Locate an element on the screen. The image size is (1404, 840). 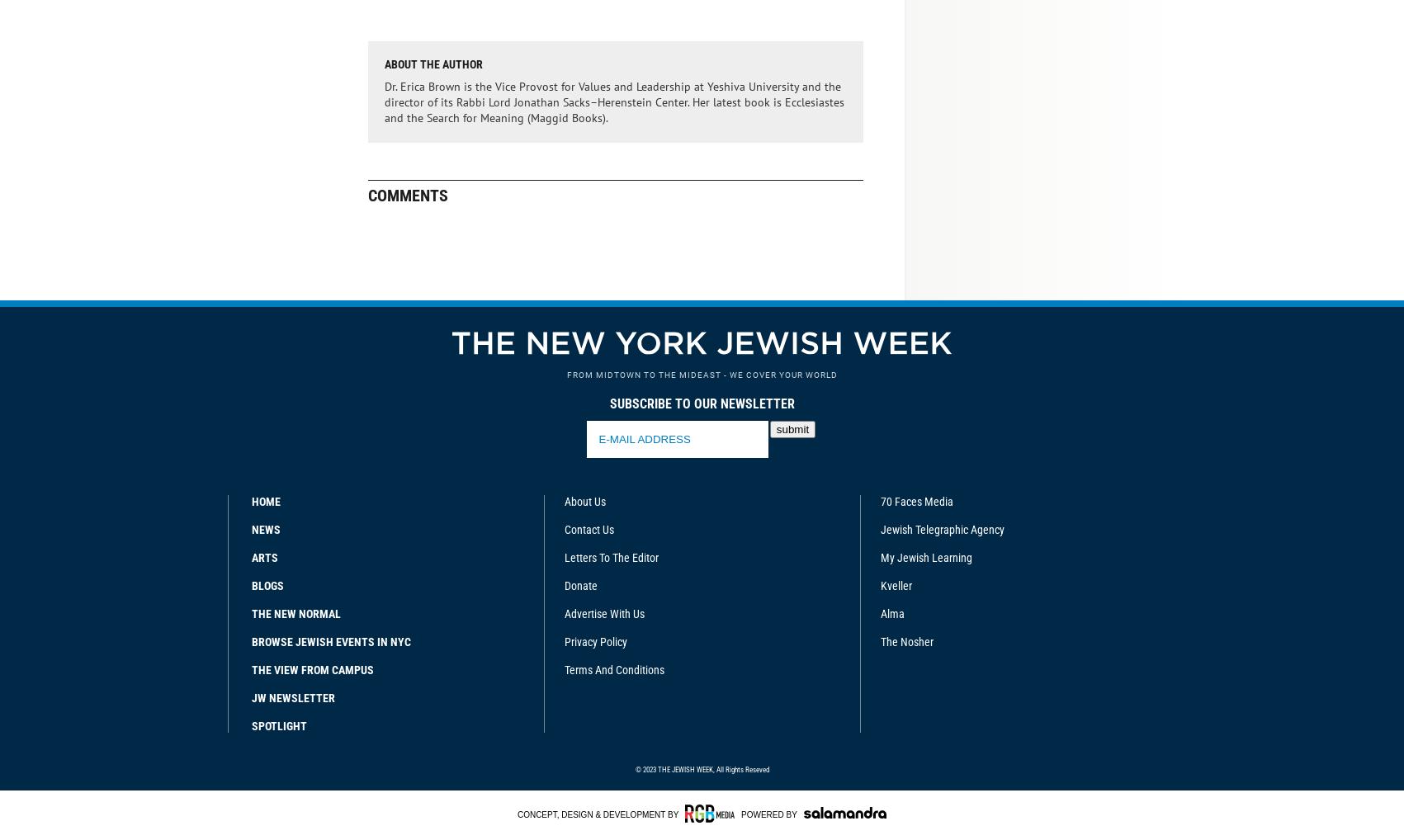
'Kveller' is located at coordinates (896, 585).